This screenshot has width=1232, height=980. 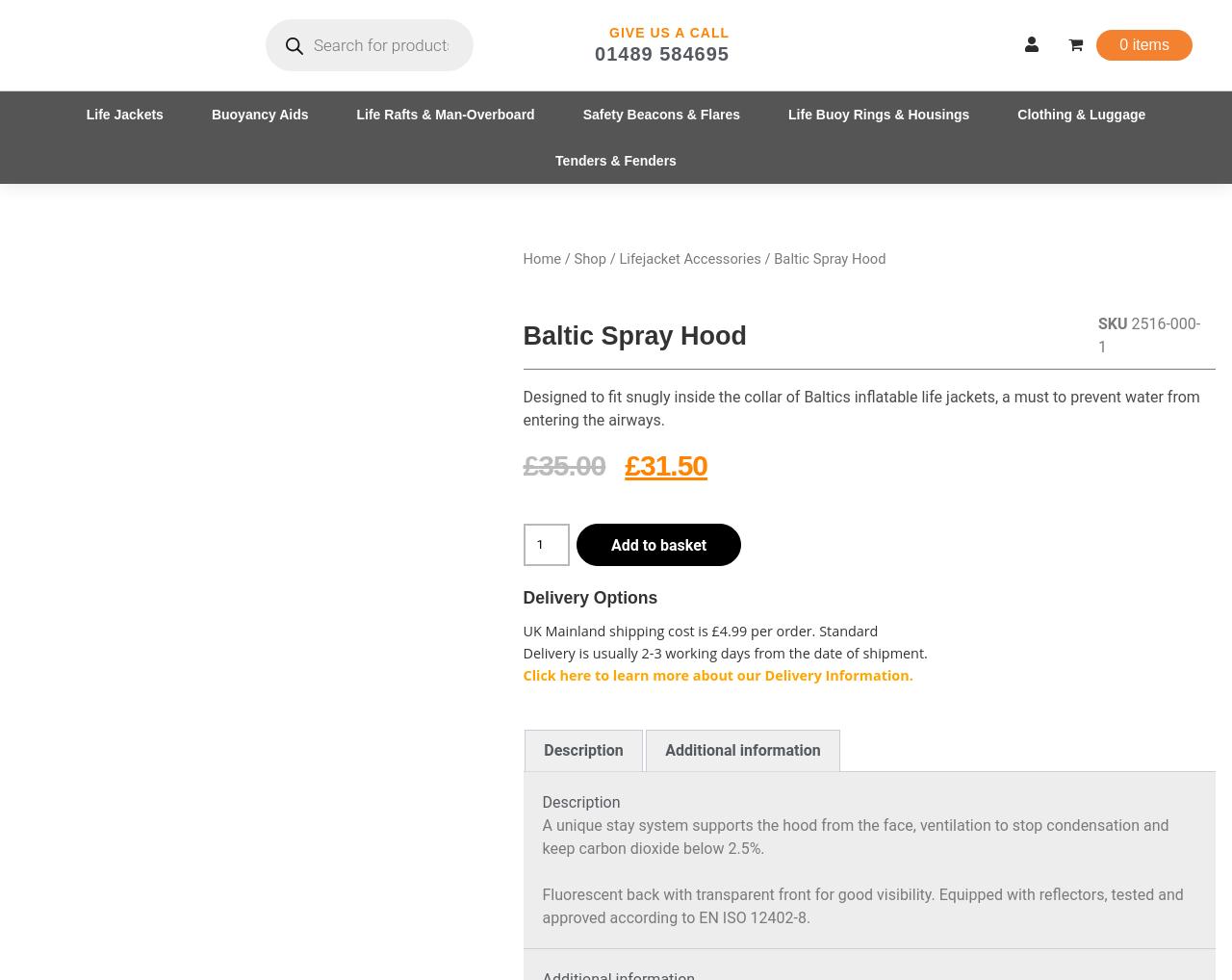 I want to click on 'Lifejacket Accessories', so click(x=689, y=258).